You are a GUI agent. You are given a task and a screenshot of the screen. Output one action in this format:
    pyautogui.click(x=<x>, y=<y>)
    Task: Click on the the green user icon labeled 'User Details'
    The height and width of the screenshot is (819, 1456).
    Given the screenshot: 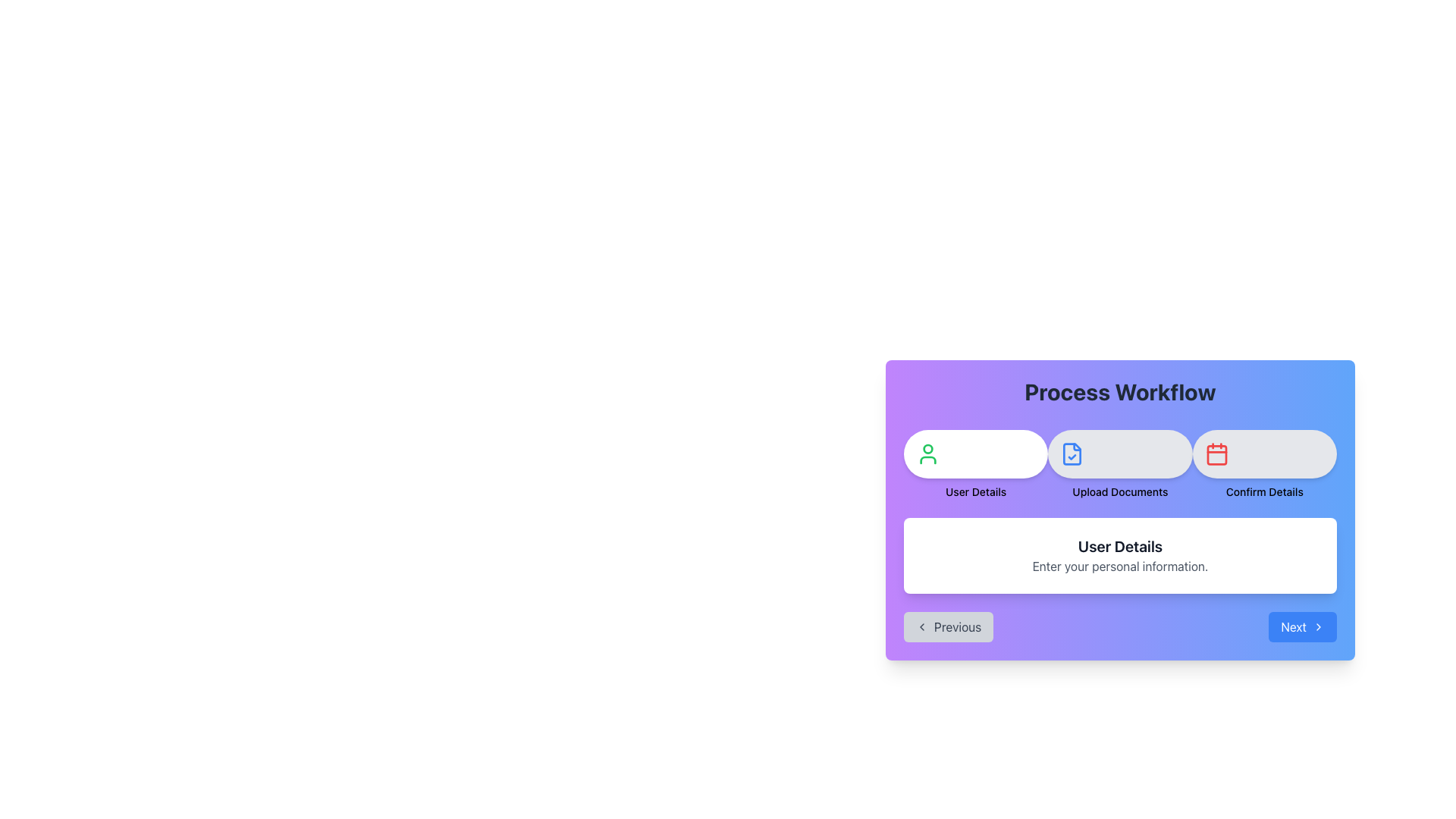 What is the action you would take?
    pyautogui.click(x=927, y=453)
    